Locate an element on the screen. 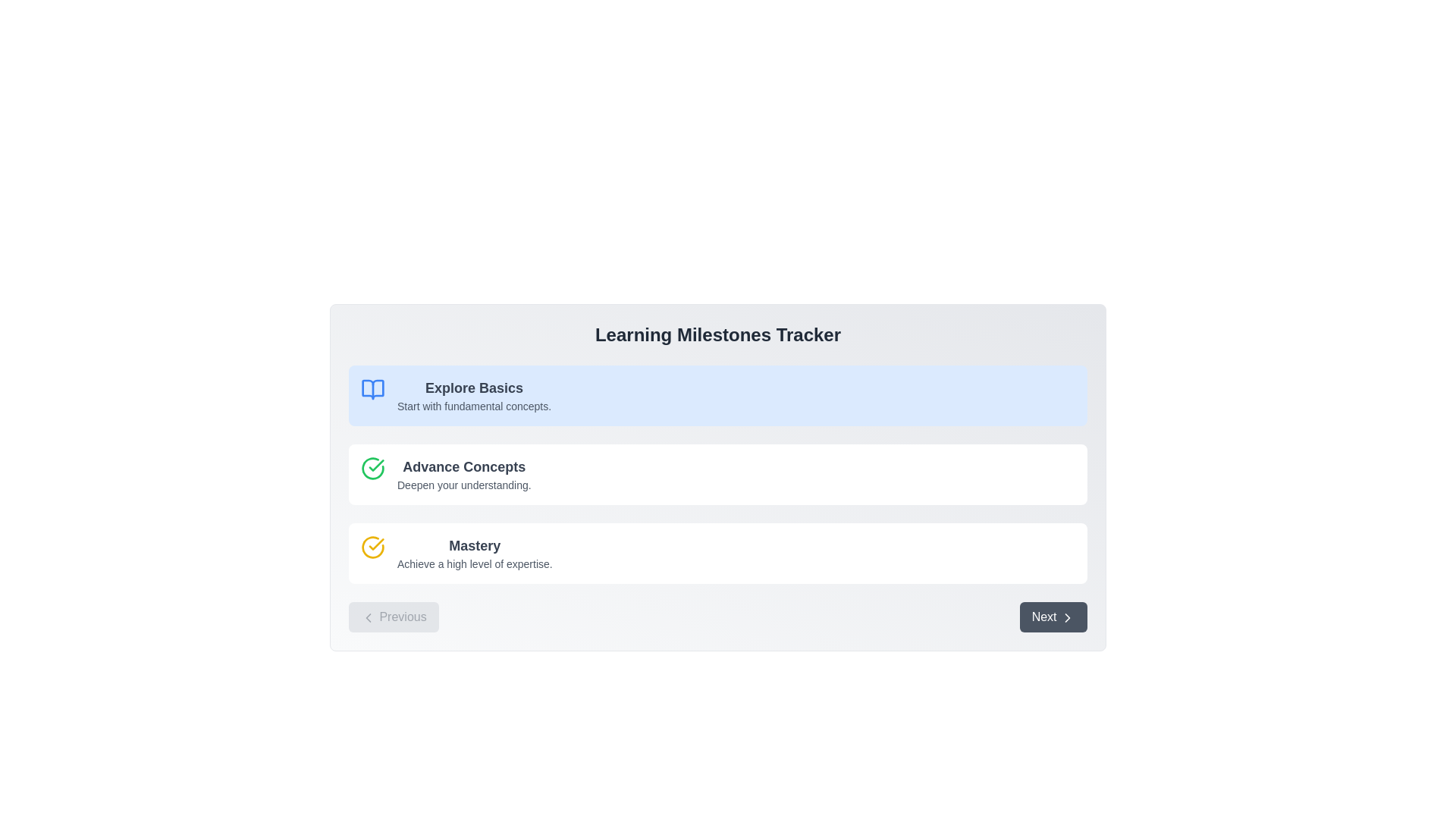 This screenshot has height=819, width=1456. the text element that contains 'Start with fundamental concepts.' which is styled in small gray font and located beneath 'Explore Basics.' is located at coordinates (473, 406).